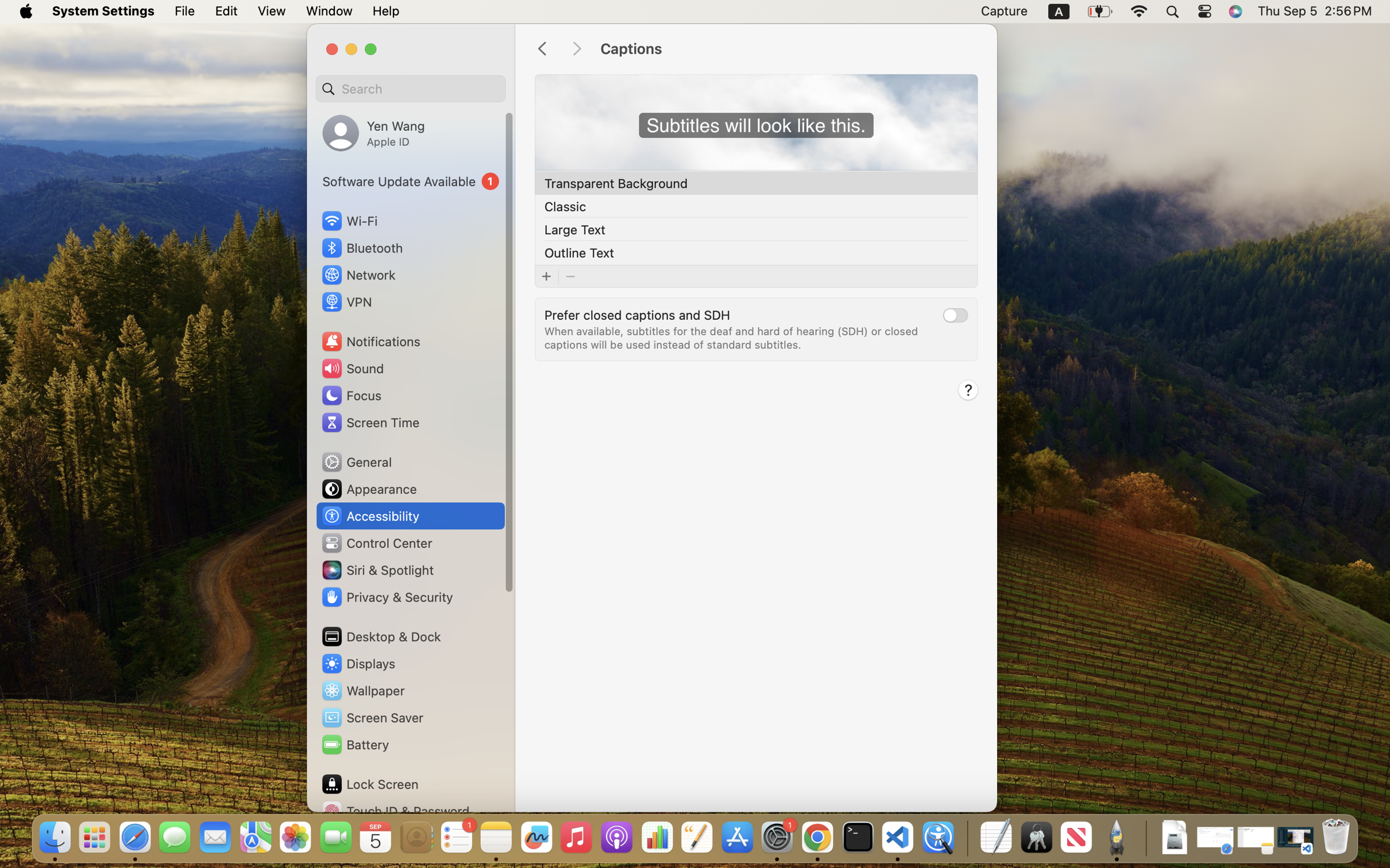  Describe the element at coordinates (349, 220) in the screenshot. I see `'Wi‑Fi'` at that location.